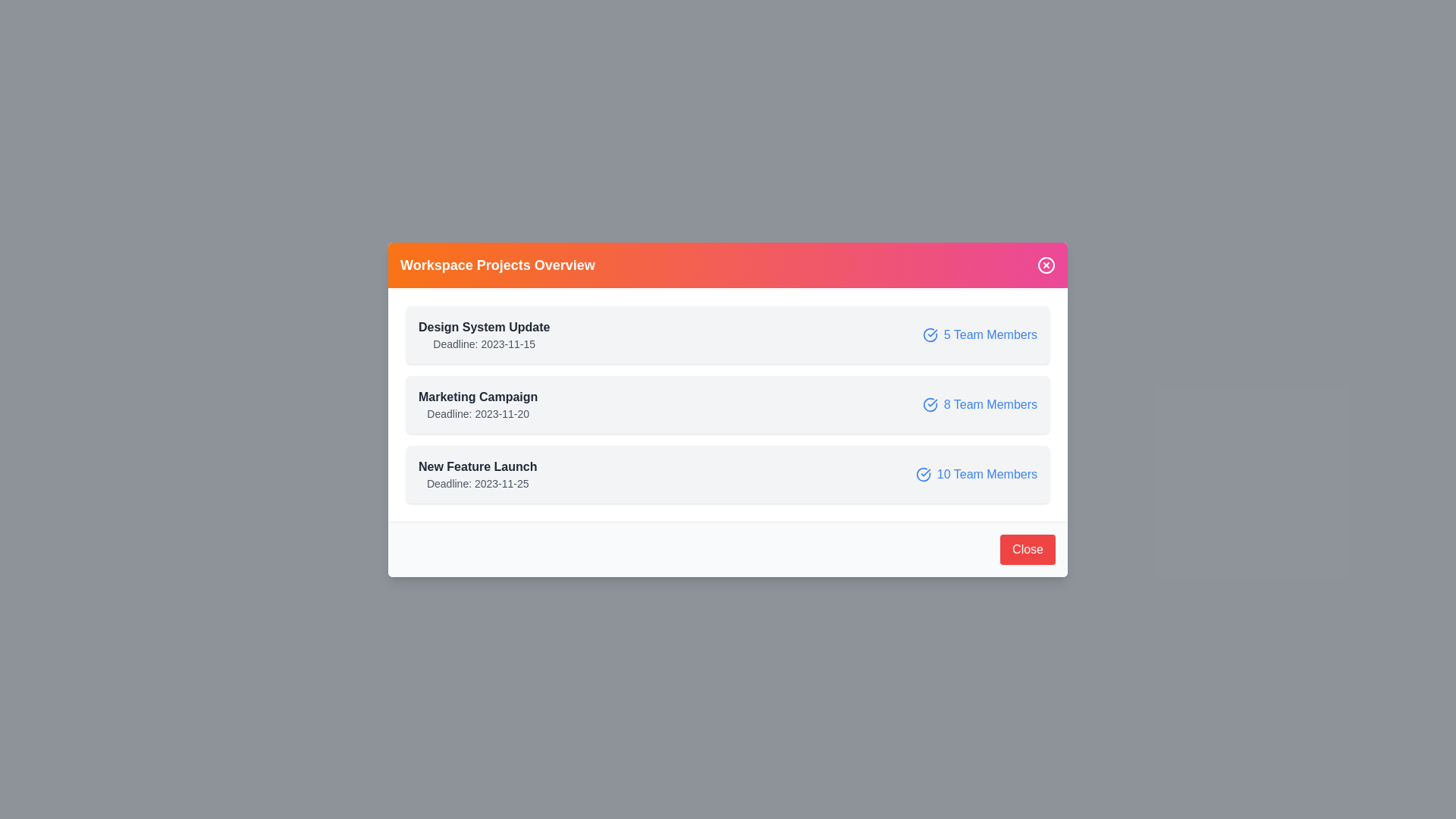  What do you see at coordinates (728, 473) in the screenshot?
I see `the project 'New Feature Launch' to inspect its details` at bounding box center [728, 473].